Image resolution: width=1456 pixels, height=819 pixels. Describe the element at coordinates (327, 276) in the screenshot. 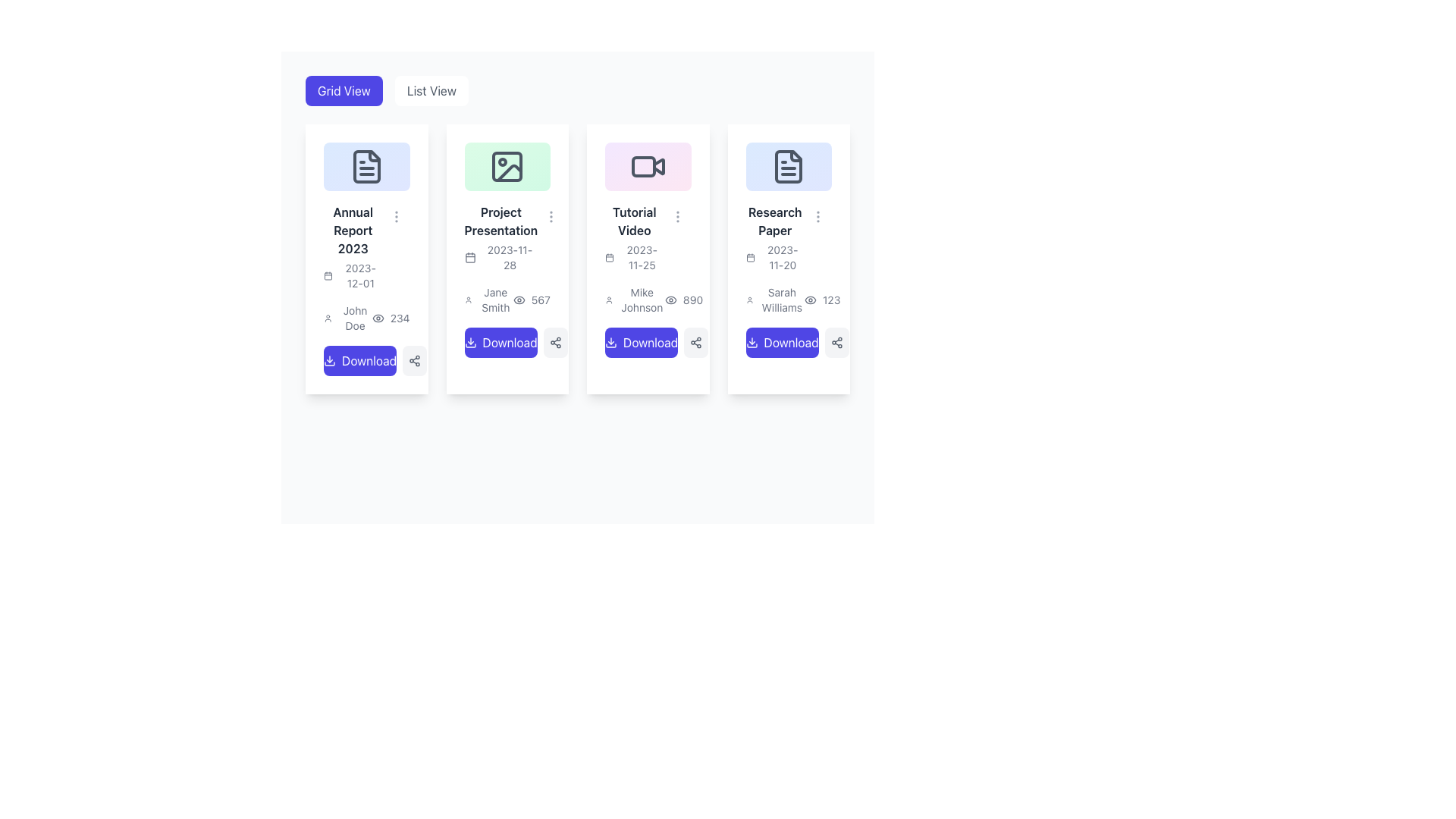

I see `the decorative element located near the top-left corner of the calendar icon, which is situated below the two vertical lines and above the horizontal line splitting the icon` at that location.